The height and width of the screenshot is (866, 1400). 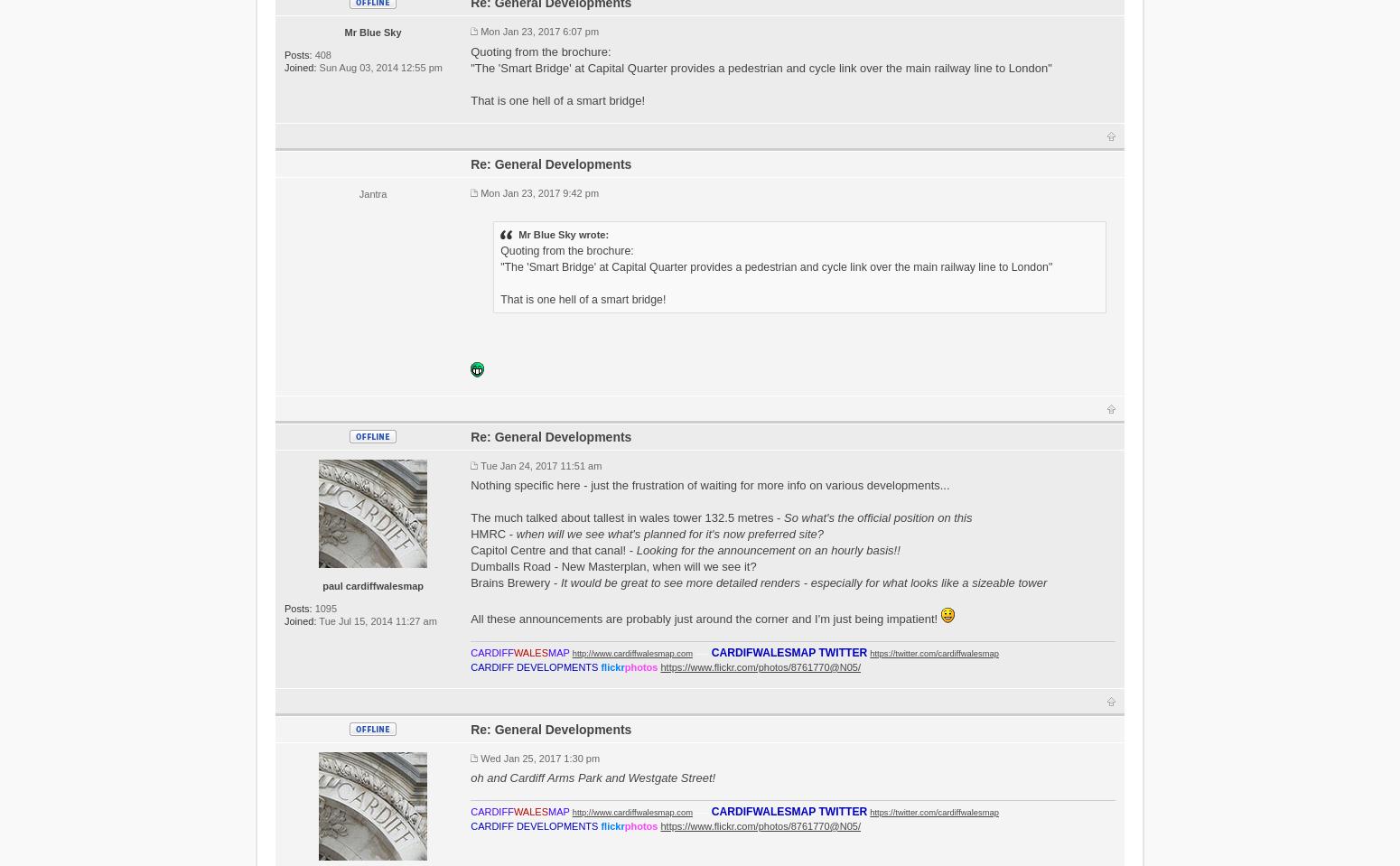 What do you see at coordinates (358, 192) in the screenshot?
I see `'Jantra'` at bounding box center [358, 192].